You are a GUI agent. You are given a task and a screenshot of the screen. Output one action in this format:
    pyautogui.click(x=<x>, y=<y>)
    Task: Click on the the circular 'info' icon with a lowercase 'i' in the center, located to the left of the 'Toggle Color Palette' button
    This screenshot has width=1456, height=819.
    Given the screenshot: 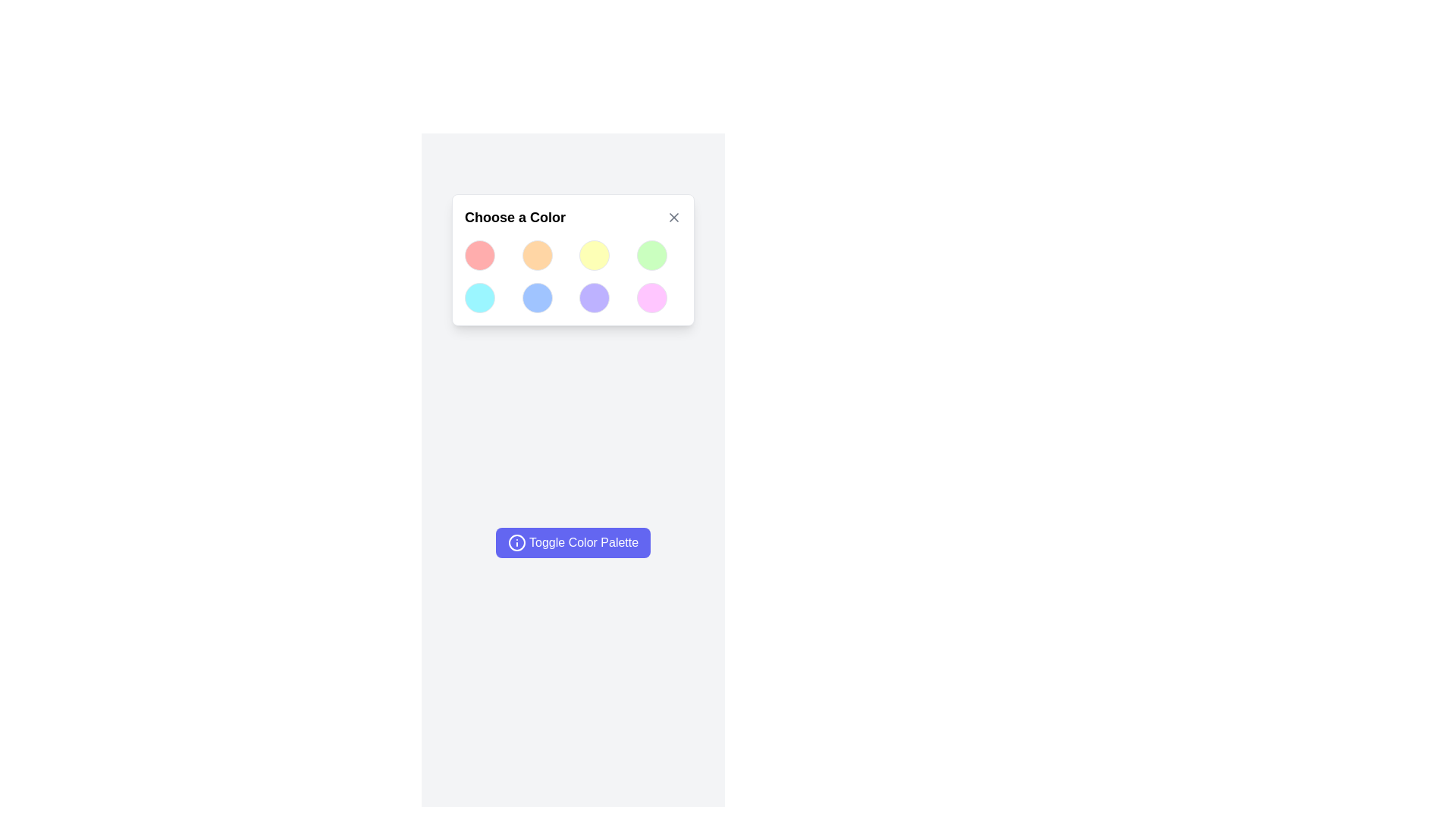 What is the action you would take?
    pyautogui.click(x=516, y=542)
    